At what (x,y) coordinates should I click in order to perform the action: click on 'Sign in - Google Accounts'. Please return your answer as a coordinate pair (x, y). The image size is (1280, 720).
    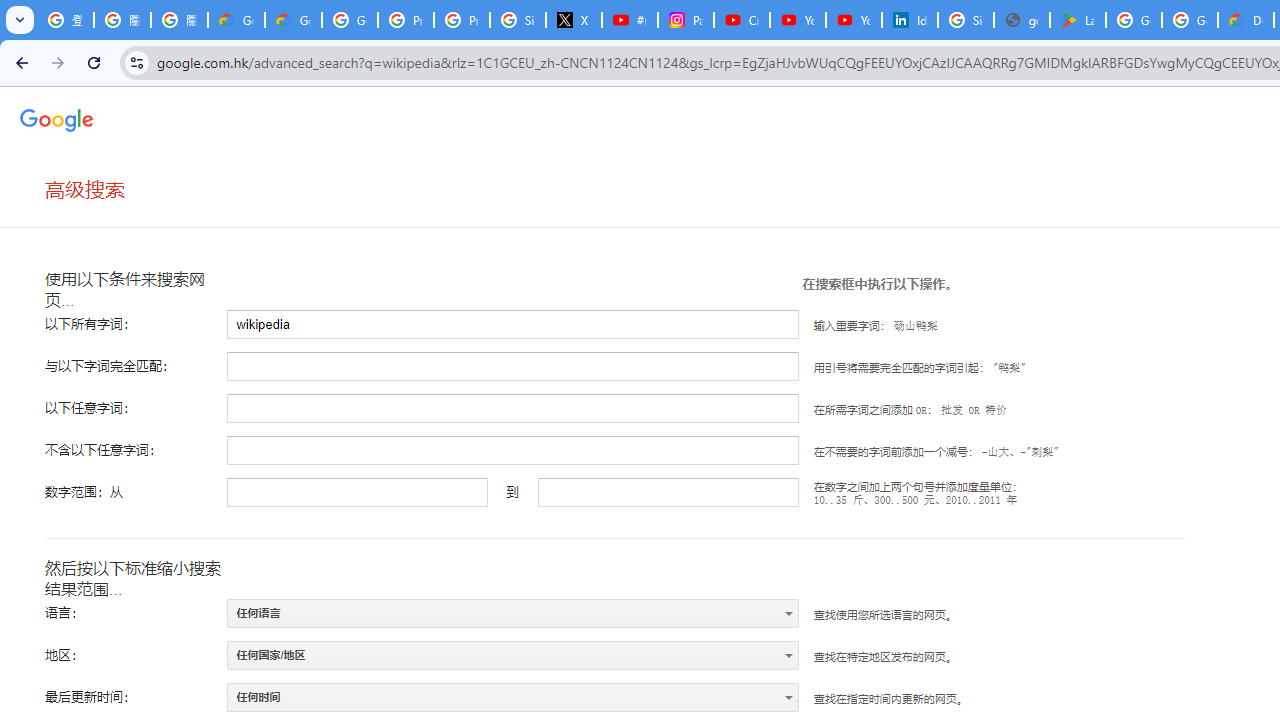
    Looking at the image, I should click on (966, 20).